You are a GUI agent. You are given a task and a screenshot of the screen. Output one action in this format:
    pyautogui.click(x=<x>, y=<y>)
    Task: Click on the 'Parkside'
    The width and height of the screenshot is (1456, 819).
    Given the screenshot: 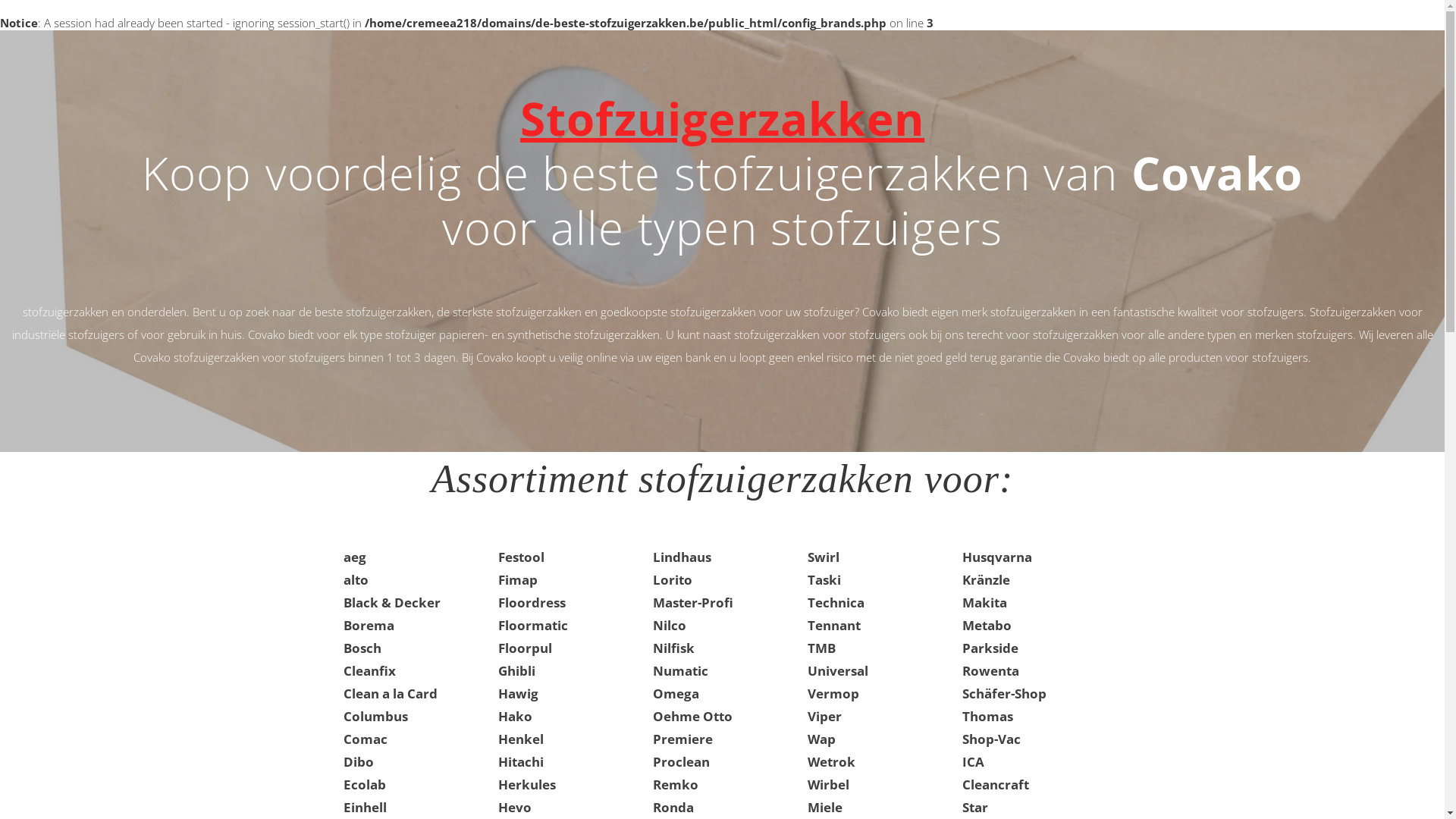 What is the action you would take?
    pyautogui.click(x=990, y=648)
    